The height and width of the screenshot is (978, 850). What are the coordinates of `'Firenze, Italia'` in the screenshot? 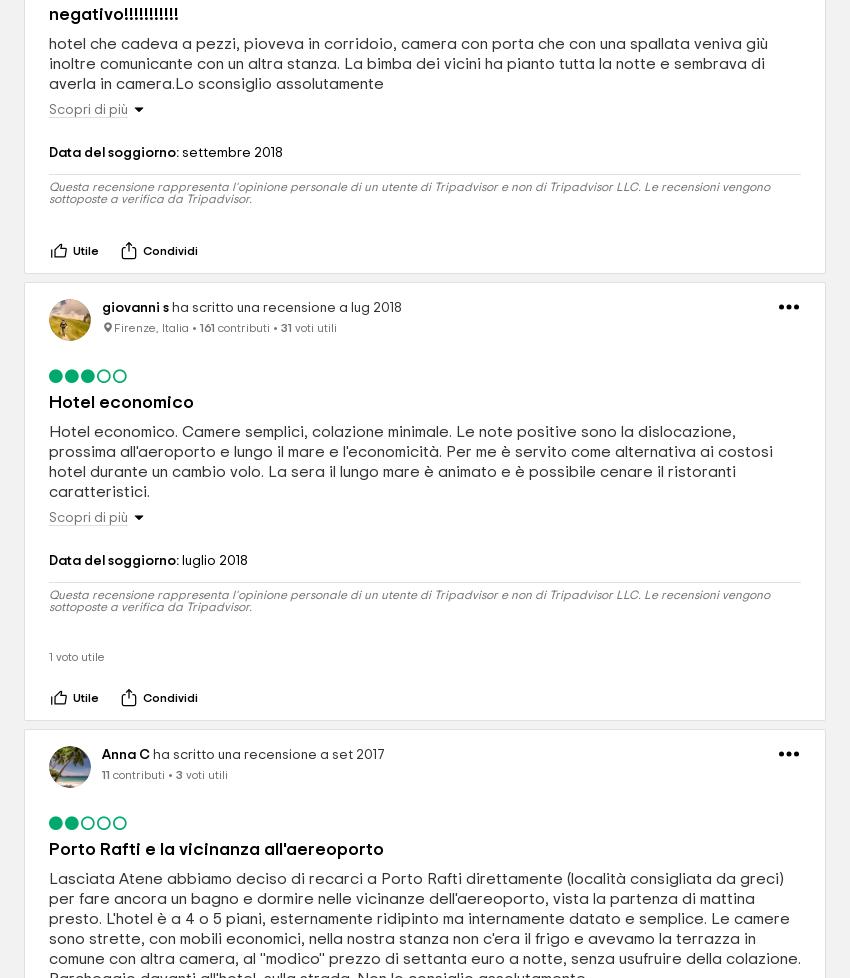 It's located at (151, 327).